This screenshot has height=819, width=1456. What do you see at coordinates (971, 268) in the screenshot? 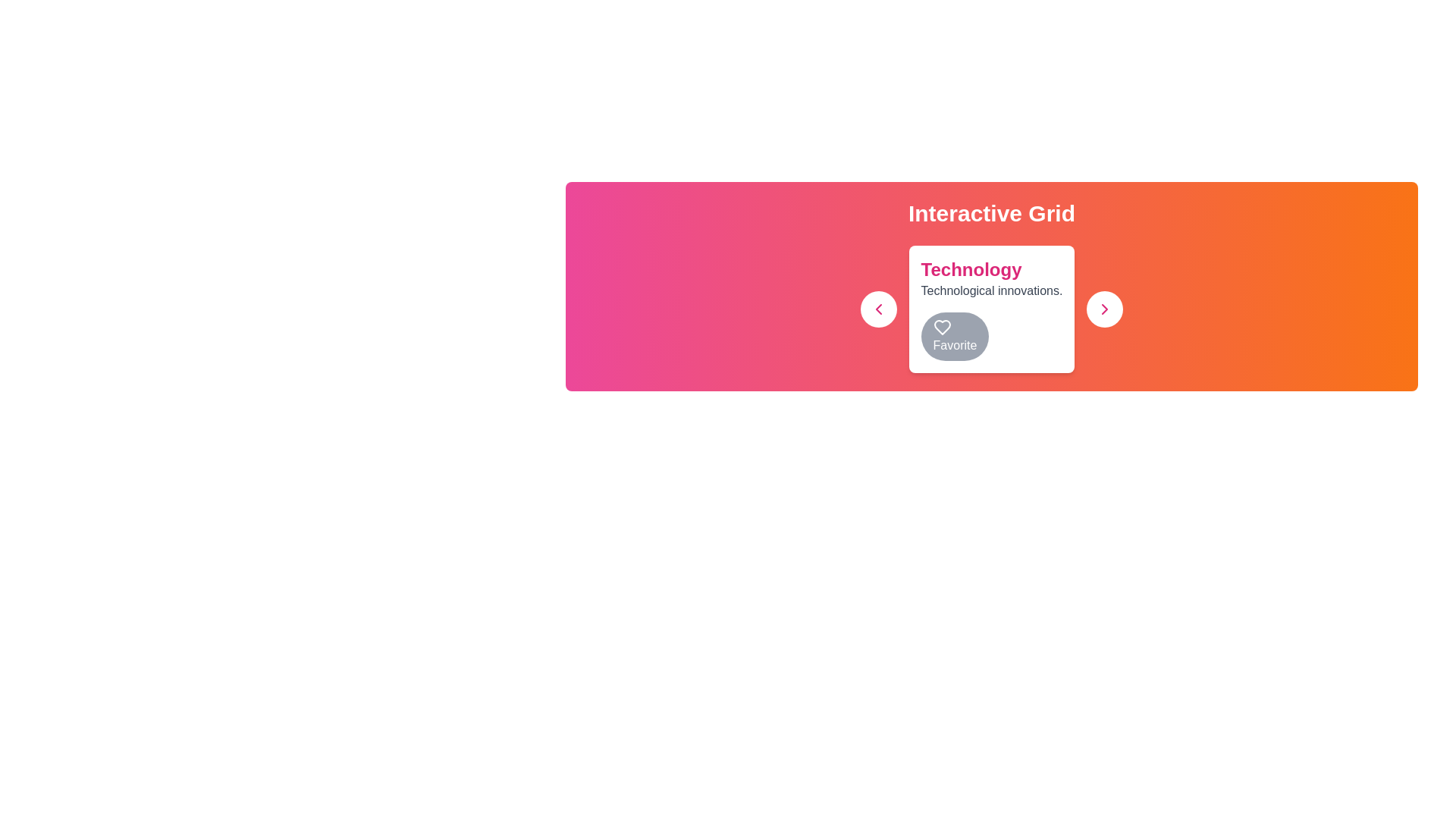
I see `the heading text element that represents the theme or category of the section, located at the top-left of the card` at bounding box center [971, 268].